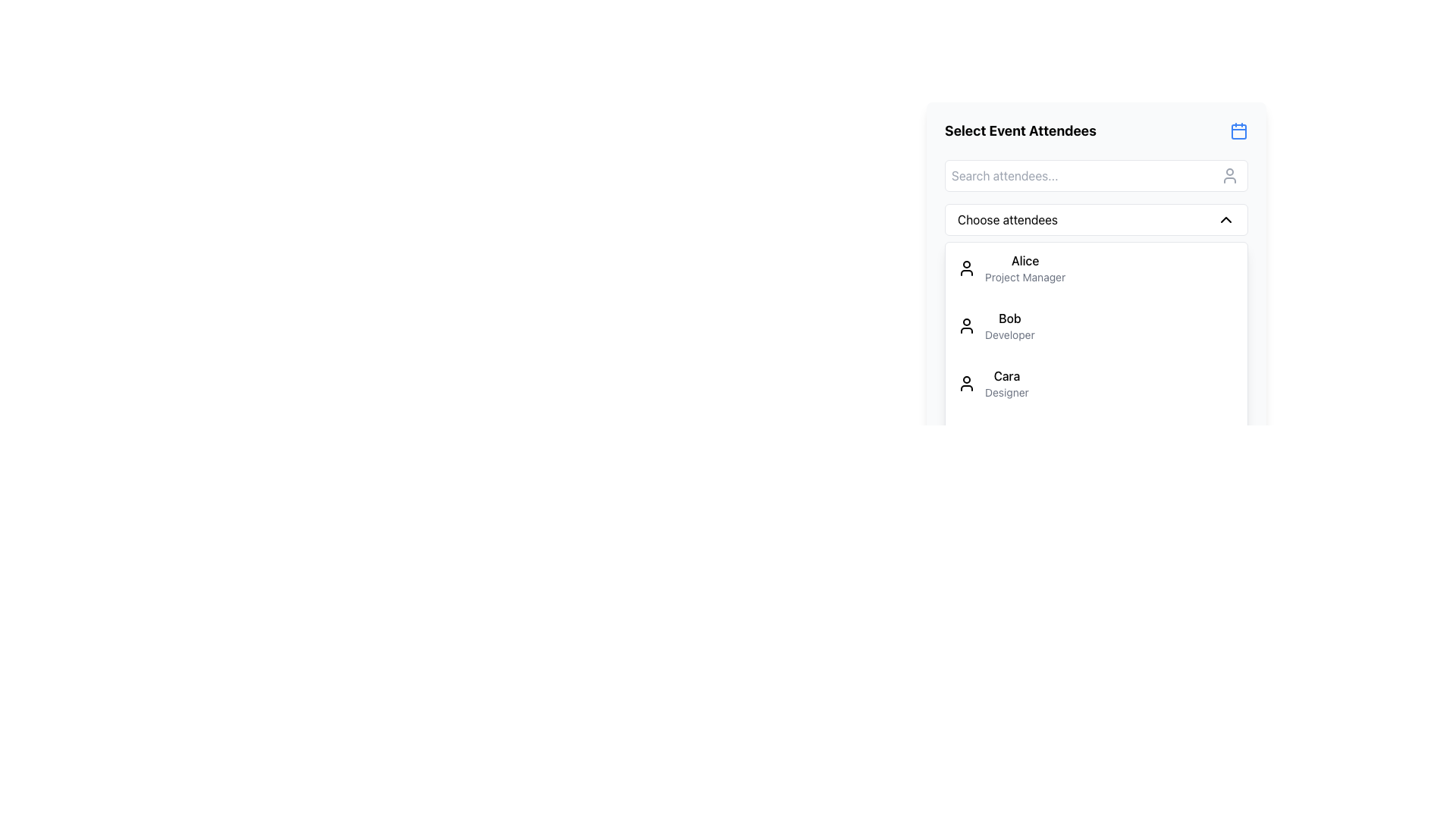 This screenshot has height=819, width=1456. I want to click on on the selectable list item labeled 'Cara - Designer' within the 'Select Event Attendees' panel, so click(1096, 382).